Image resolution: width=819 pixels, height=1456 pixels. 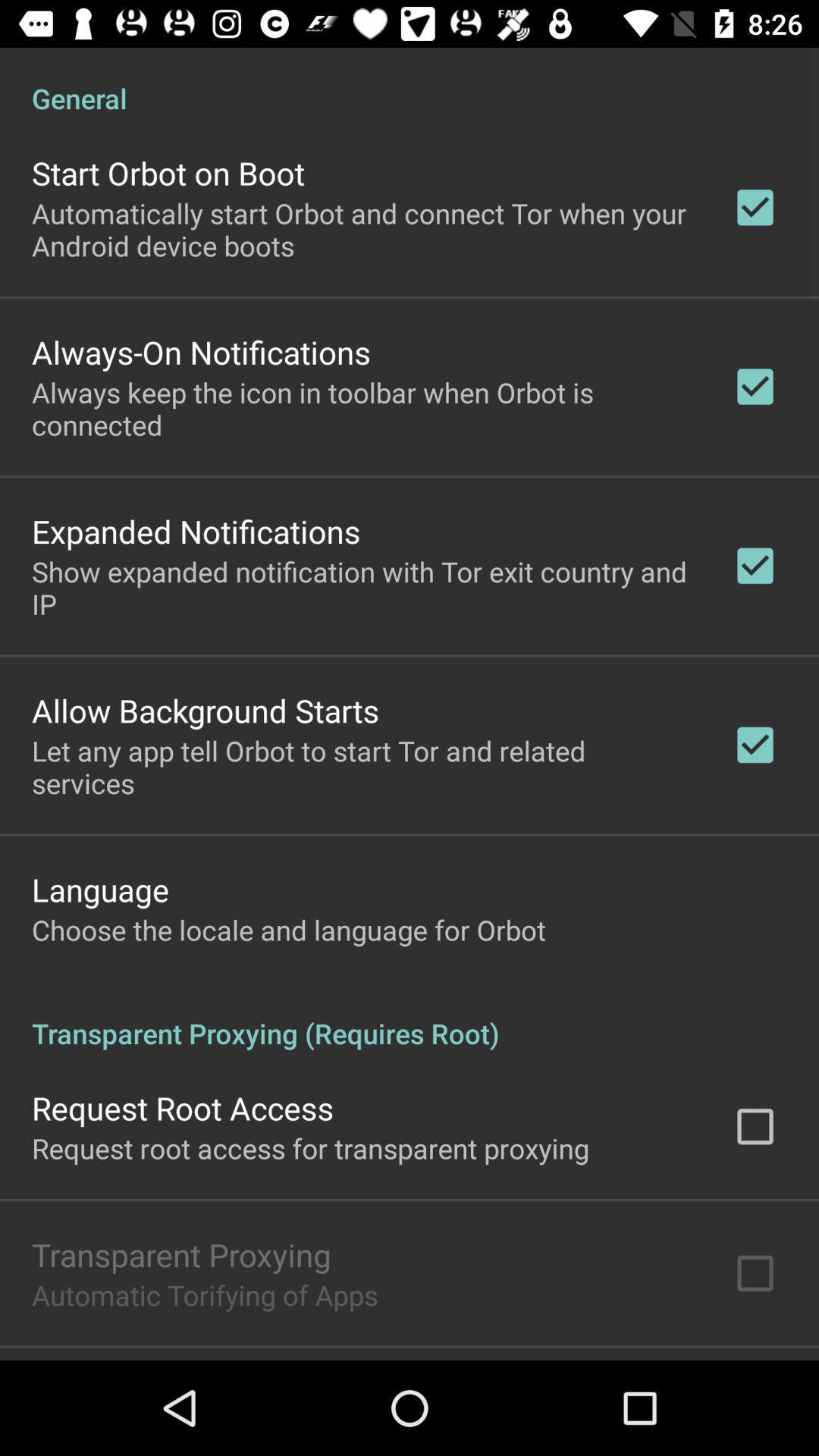 What do you see at coordinates (289, 929) in the screenshot?
I see `item below language` at bounding box center [289, 929].